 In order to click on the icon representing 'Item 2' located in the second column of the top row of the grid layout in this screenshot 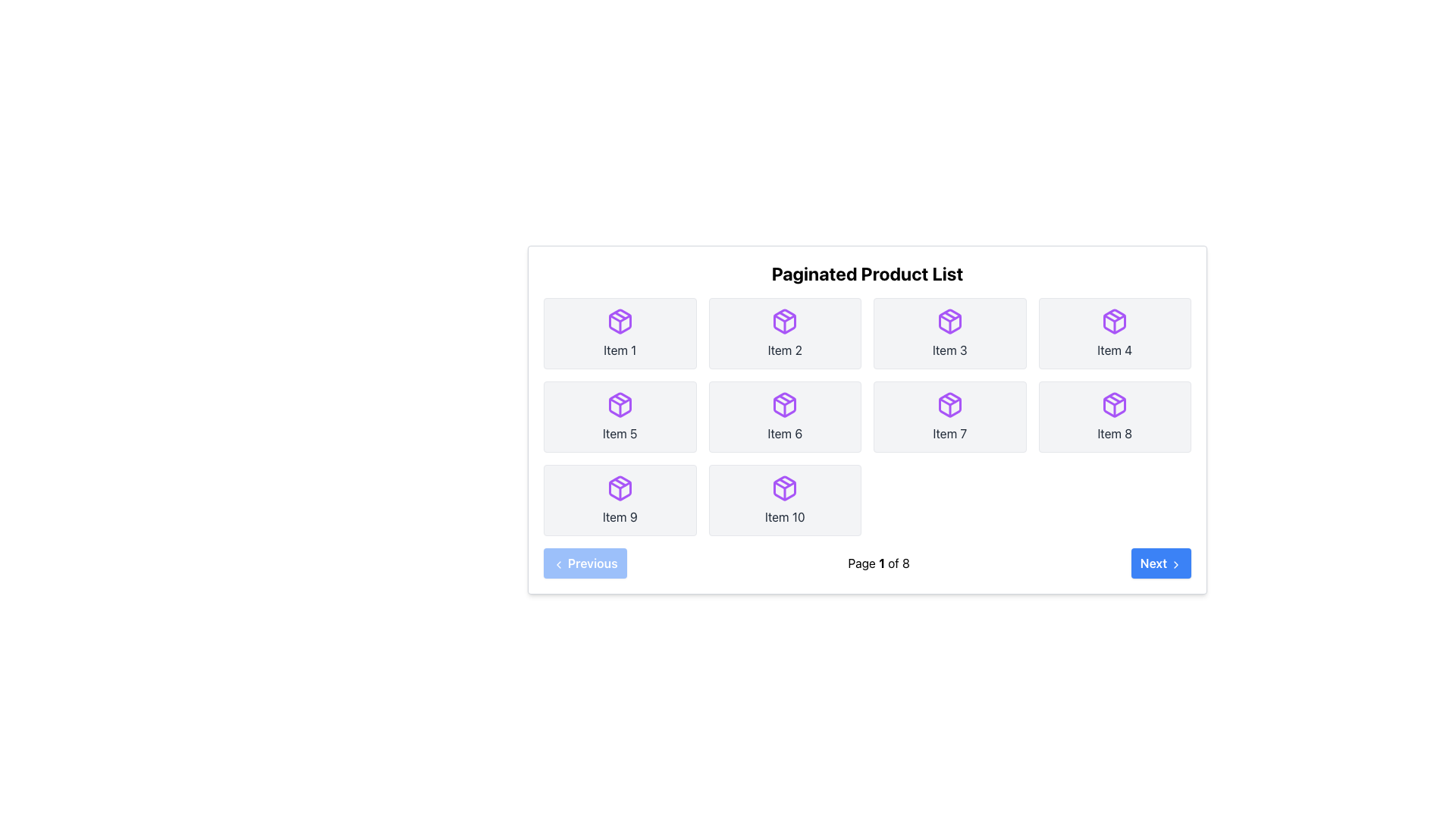, I will do `click(785, 321)`.